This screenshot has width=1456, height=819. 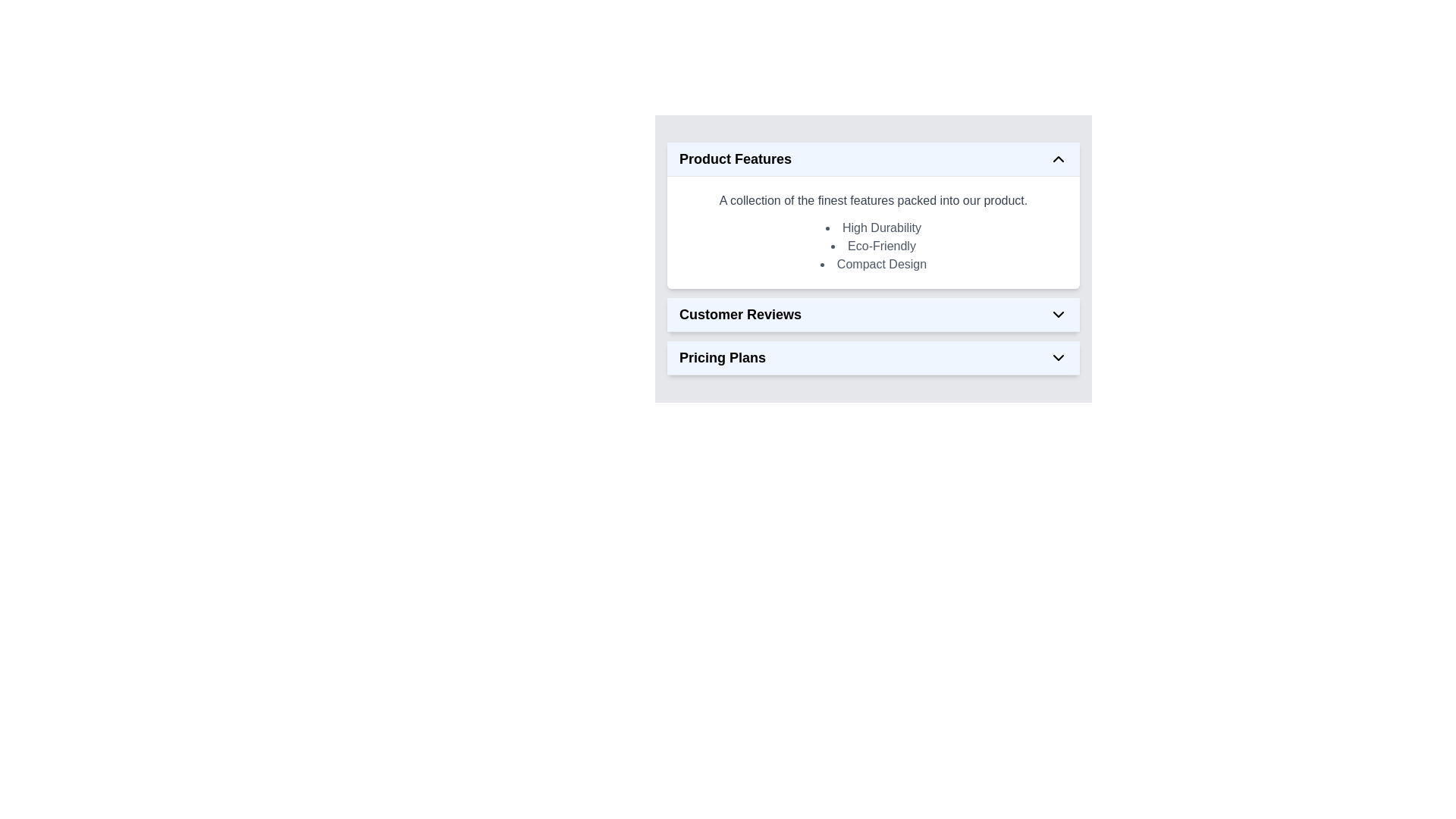 I want to click on the 'Customer Reviews' text label, which serves as a descriptive label indicating the content or functionality associated with customer feedback, so click(x=740, y=314).